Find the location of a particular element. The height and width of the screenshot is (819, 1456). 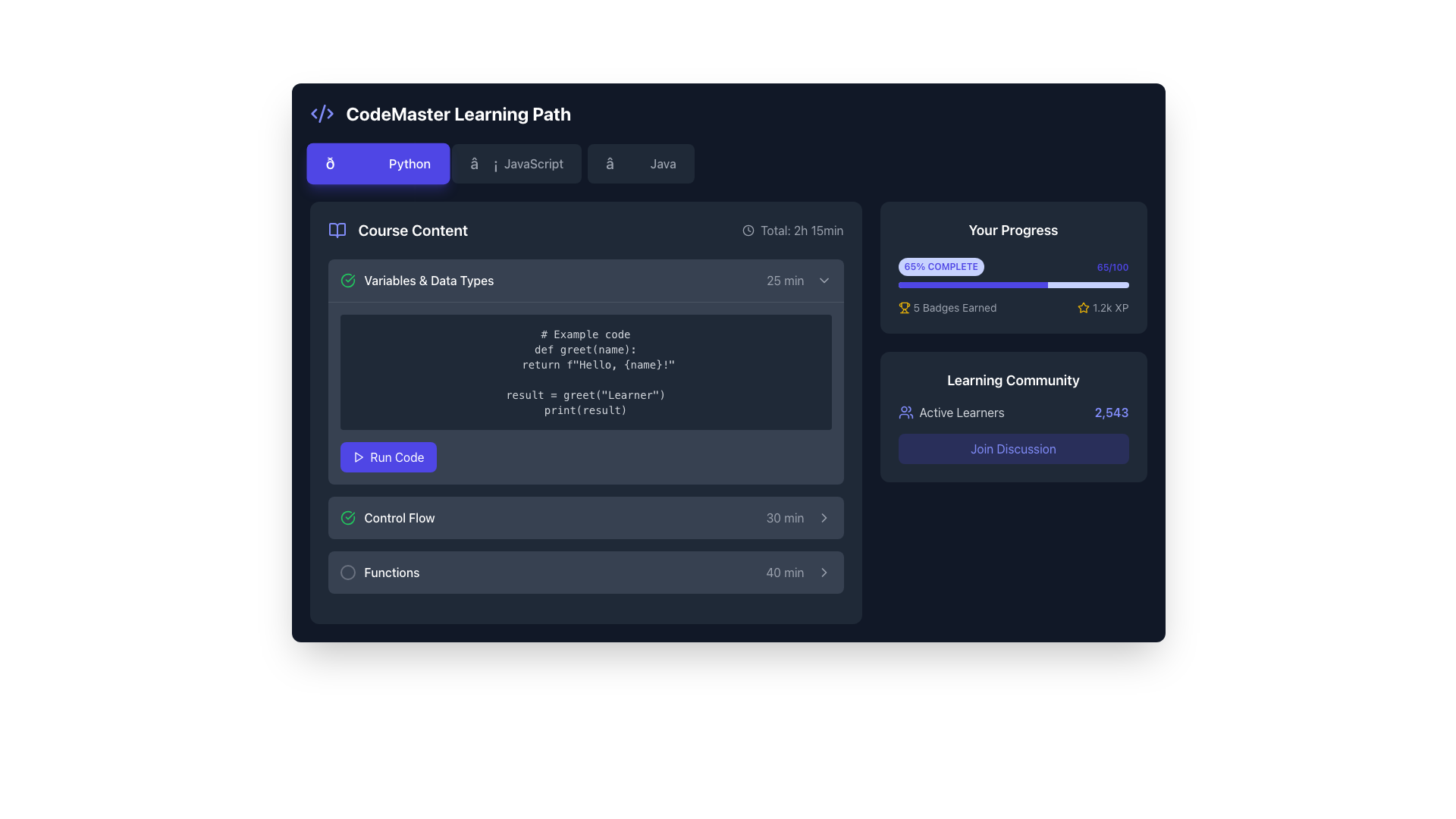

completion details from the progress bar labeled '65% COMPLETE' with a purple fill, located in the 'Your Progress' section is located at coordinates (1013, 270).